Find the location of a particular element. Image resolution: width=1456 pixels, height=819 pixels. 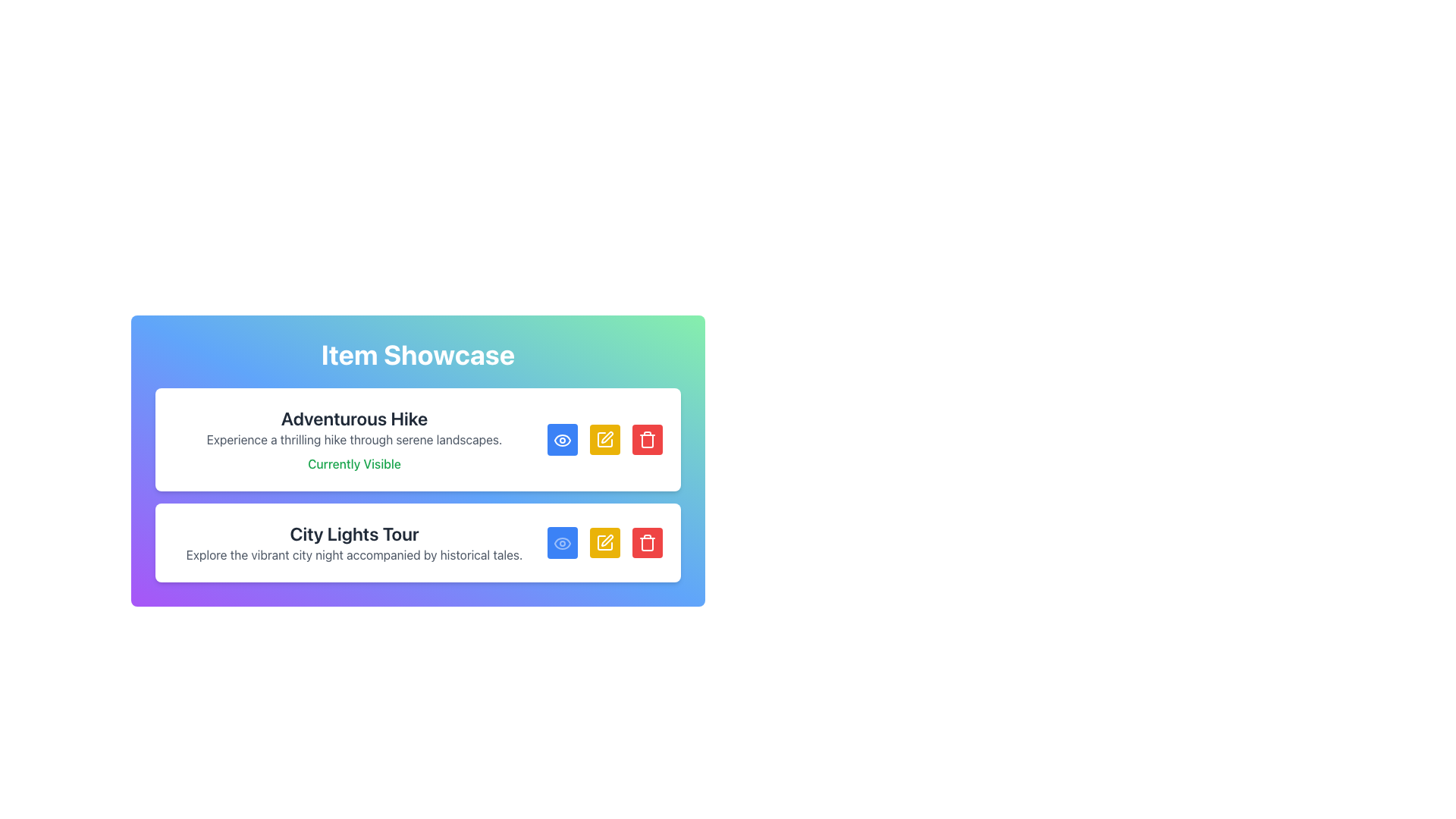

the blue button with an eye icon, which is the first button in a horizontal row of three buttons in the control panel for 'Adventurous Hike', to observe its hover effect is located at coordinates (562, 439).